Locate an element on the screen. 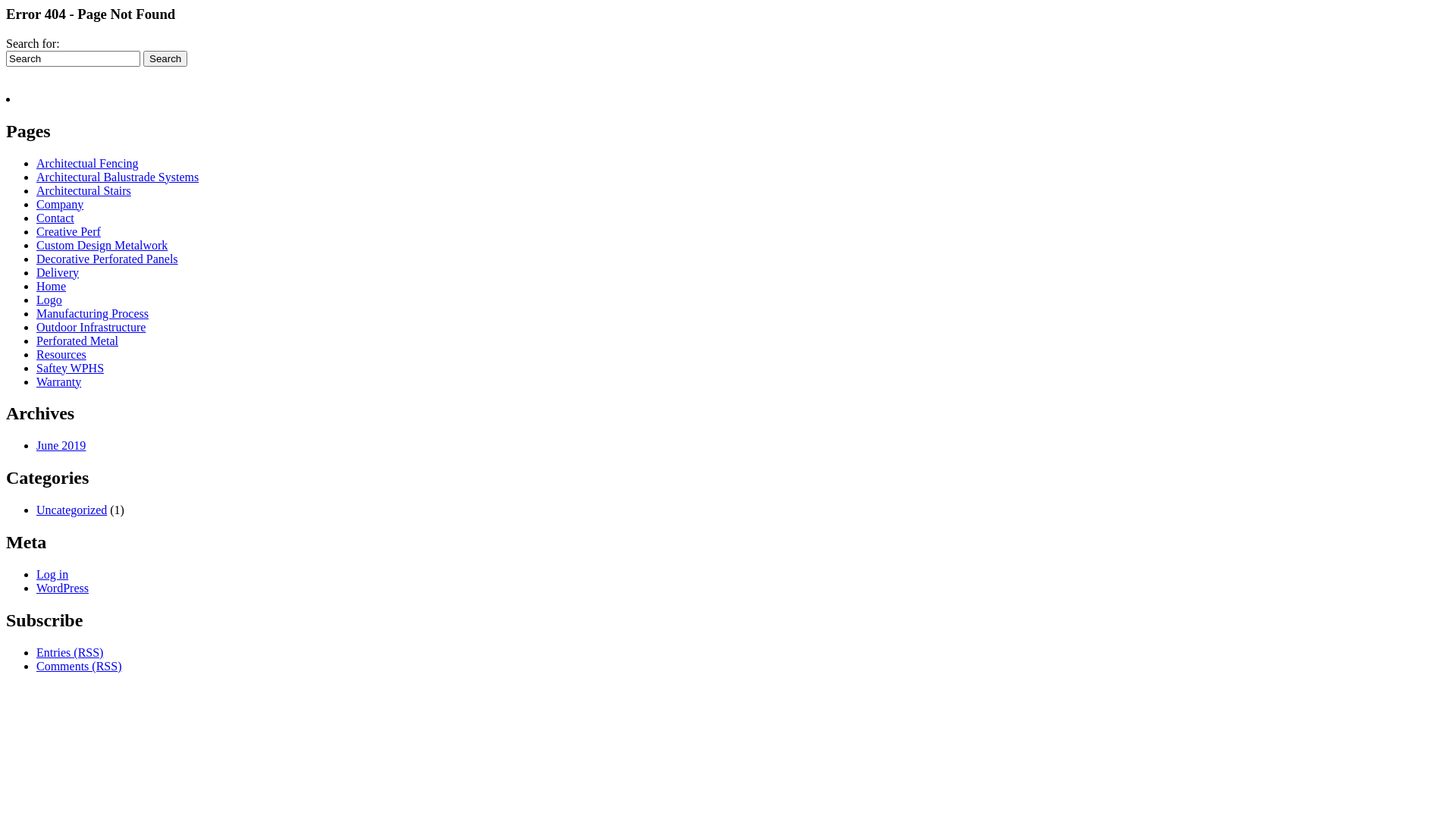 This screenshot has height=819, width=1456. 'WordPress' is located at coordinates (61, 587).